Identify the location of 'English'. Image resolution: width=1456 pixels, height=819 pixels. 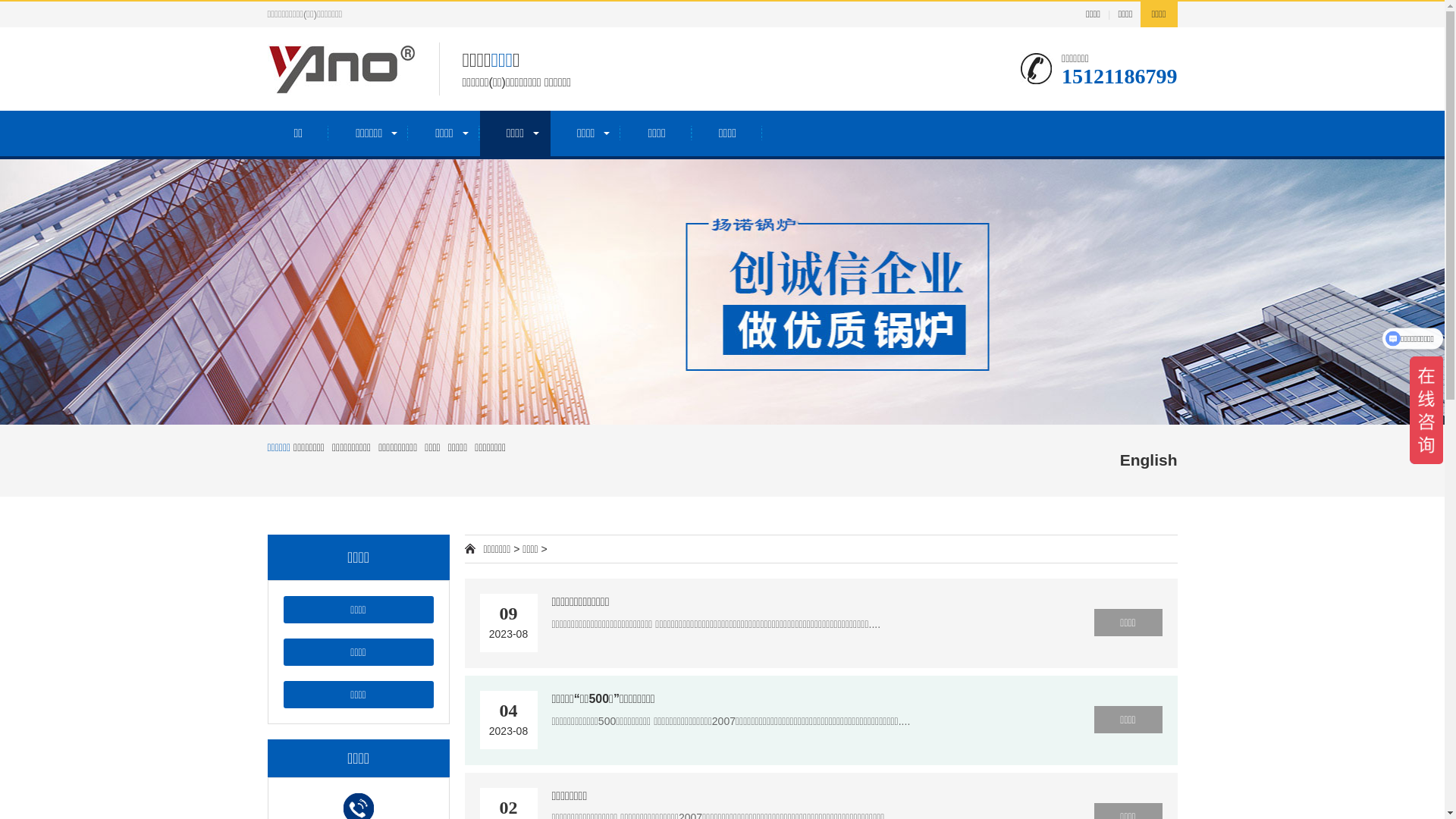
(1149, 459).